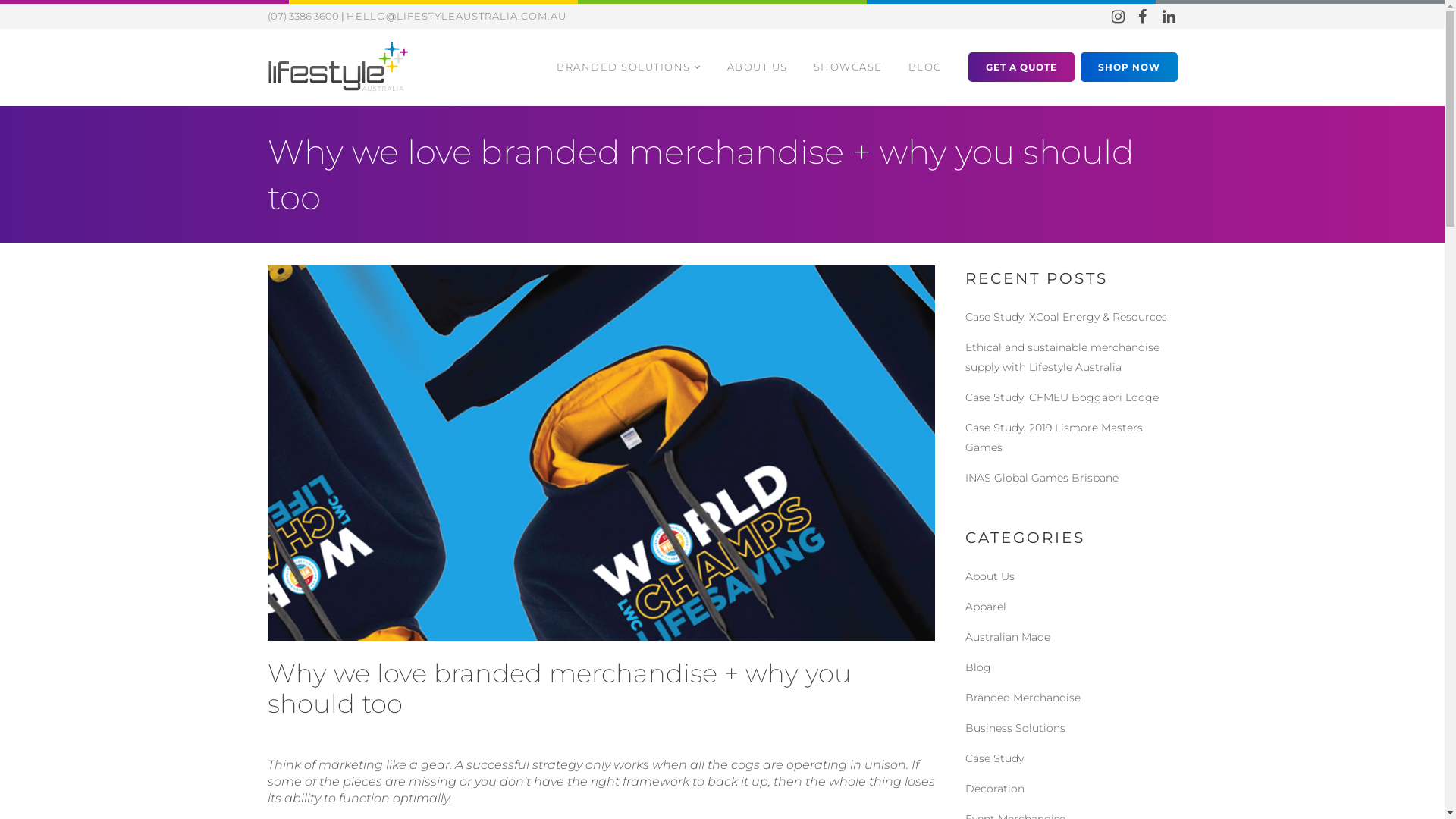 The height and width of the screenshot is (819, 1456). What do you see at coordinates (1065, 315) in the screenshot?
I see `'Case Study: XCoal Energy & Resources'` at bounding box center [1065, 315].